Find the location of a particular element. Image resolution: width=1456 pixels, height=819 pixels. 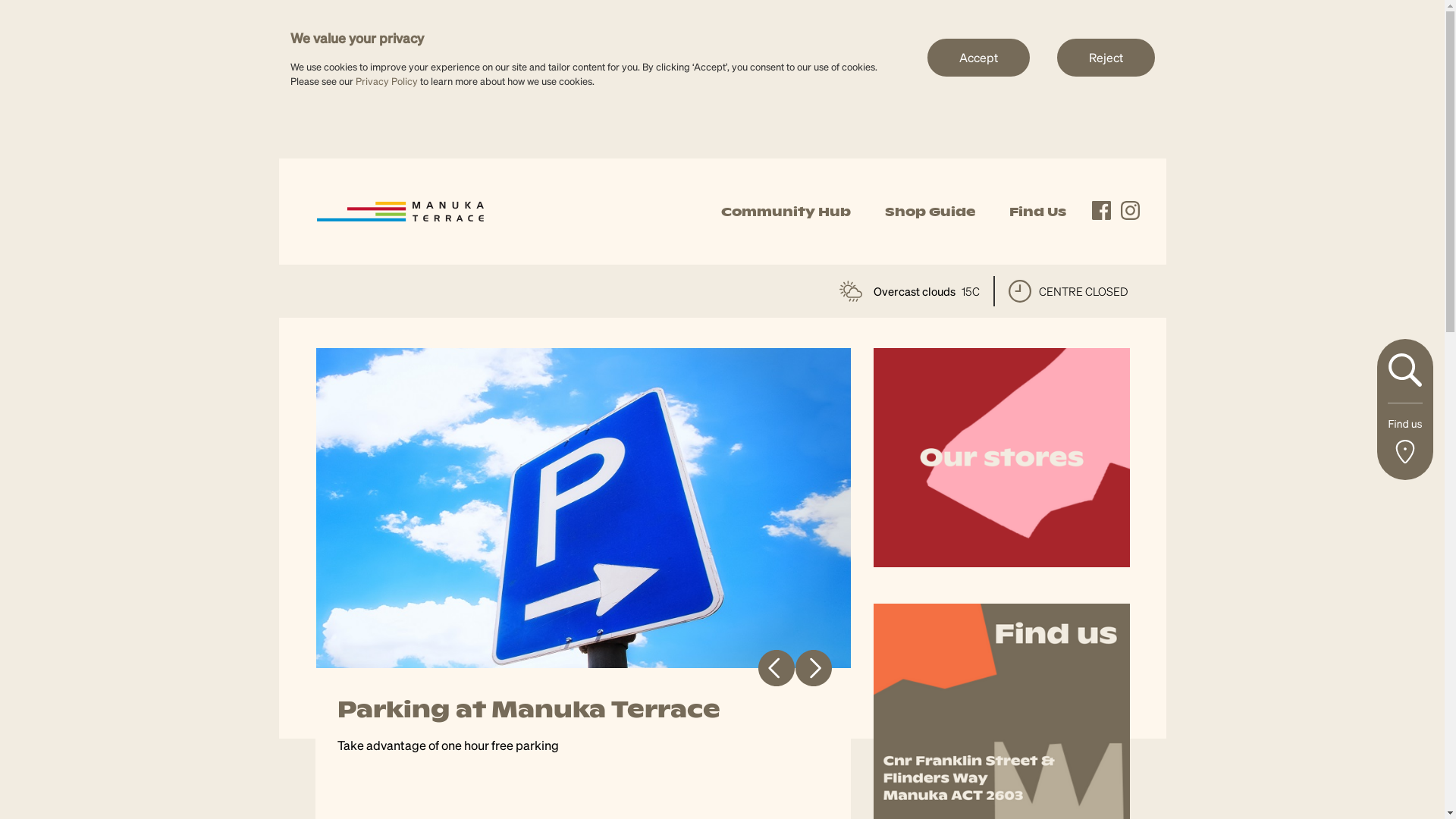

'time' is located at coordinates (1019, 291).